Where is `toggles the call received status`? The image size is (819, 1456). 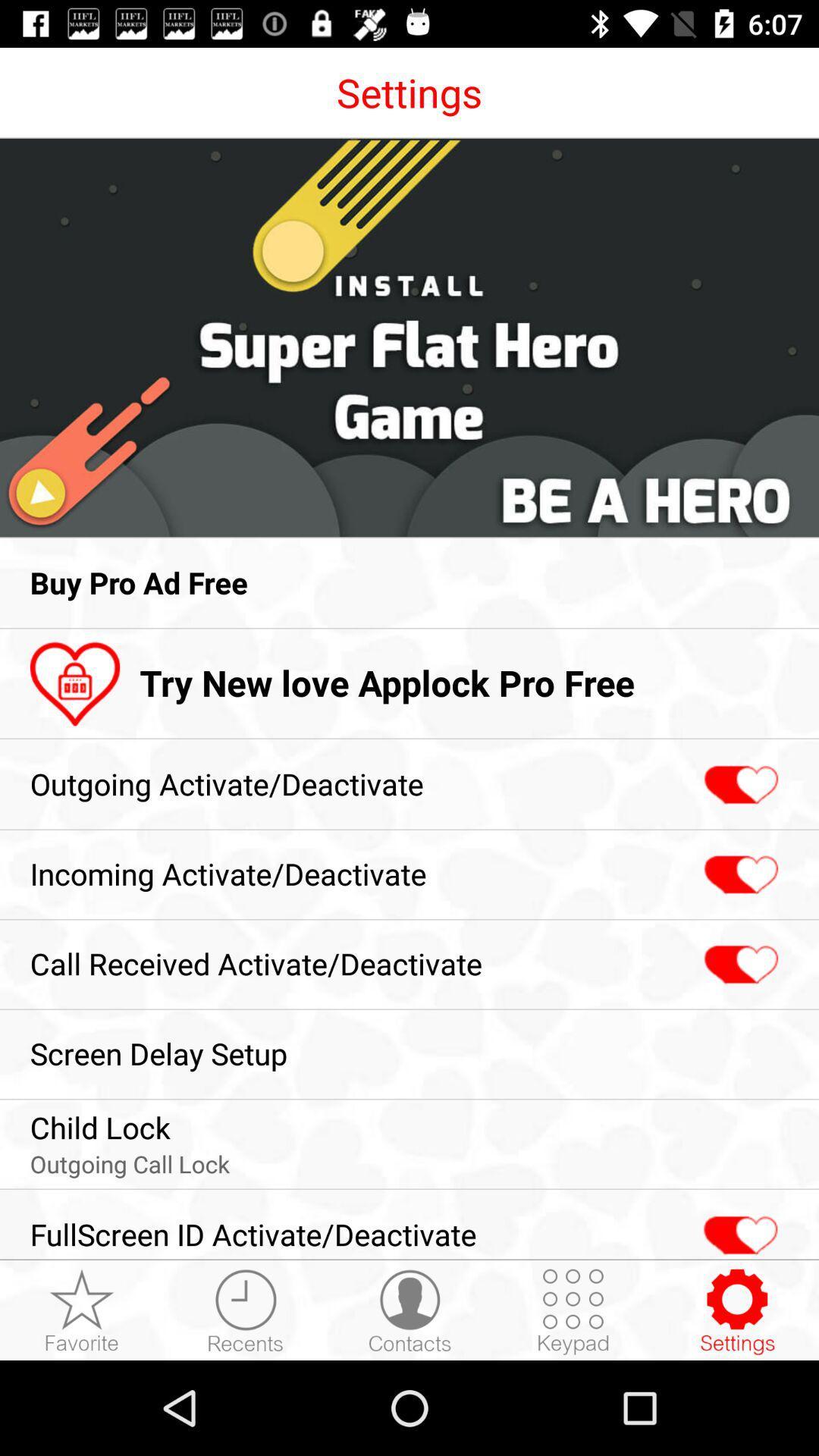
toggles the call received status is located at coordinates (739, 964).